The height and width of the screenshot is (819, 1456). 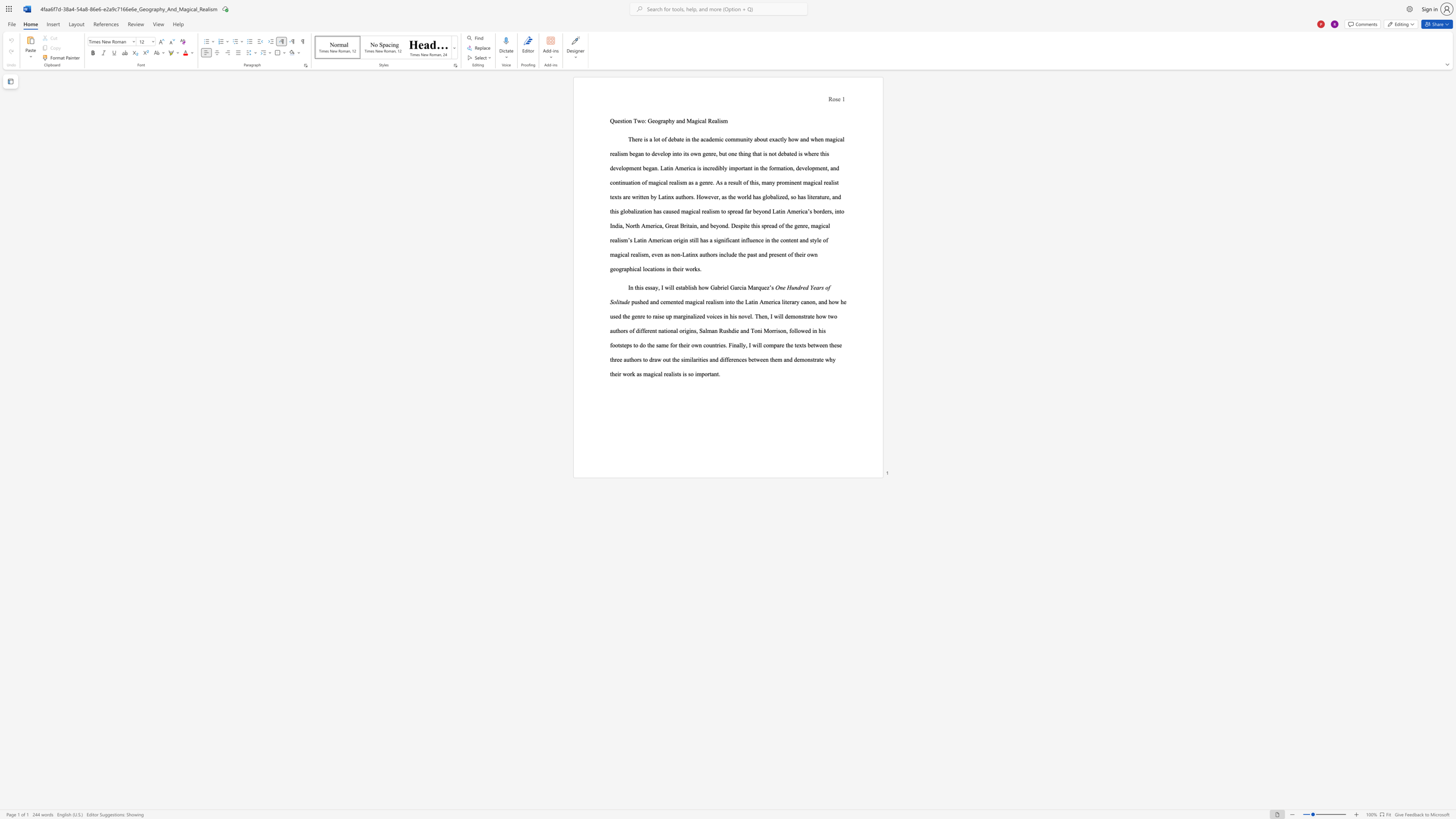 What do you see at coordinates (638, 359) in the screenshot?
I see `the subset text "s to draw out the similarities and differ" within the text "to do the same for their own countries. Finally, I will compare the texts between these three authors to draw out the similarities and differences between them and"` at bounding box center [638, 359].